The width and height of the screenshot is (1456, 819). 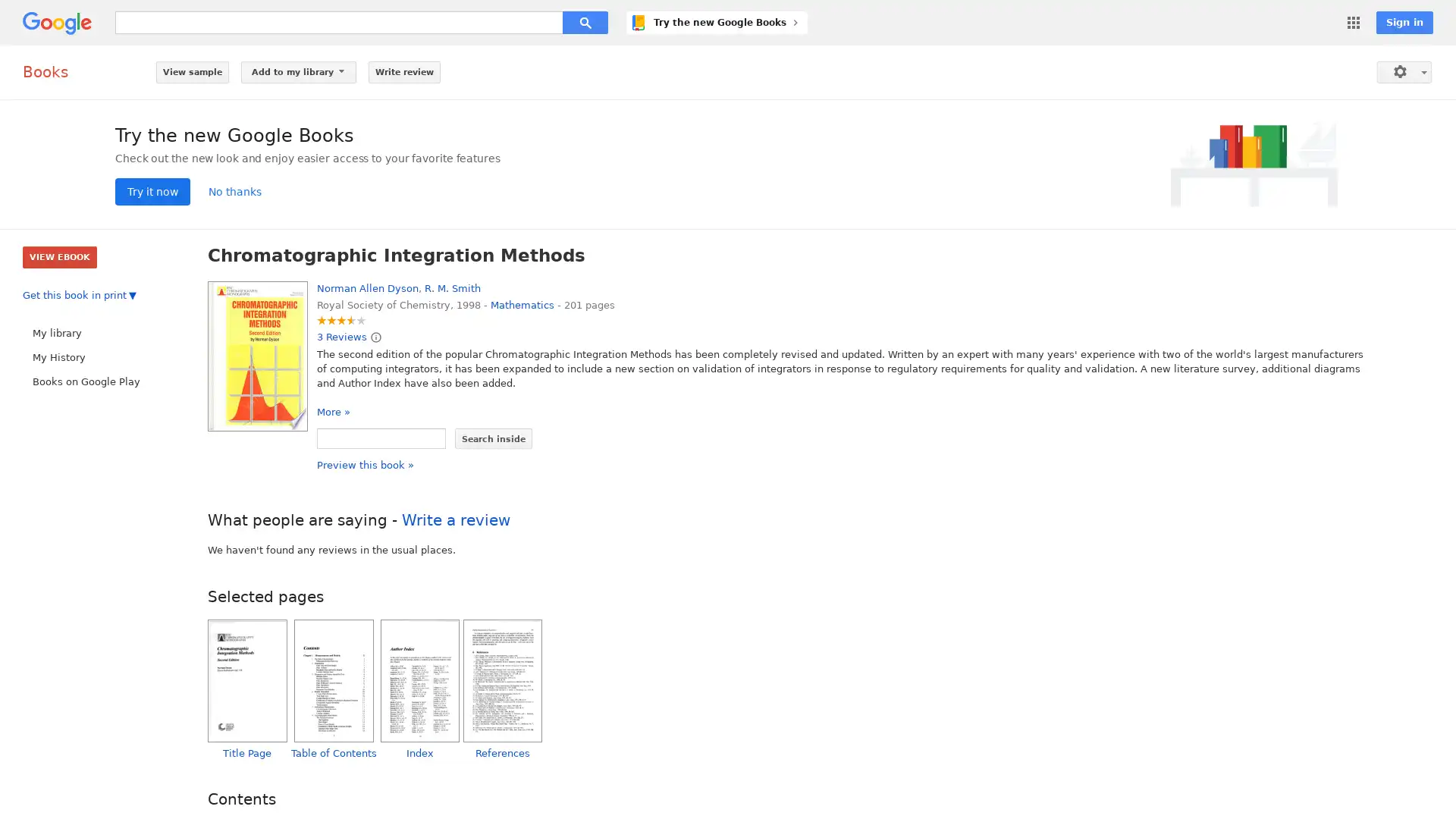 I want to click on View sample, so click(x=192, y=72).